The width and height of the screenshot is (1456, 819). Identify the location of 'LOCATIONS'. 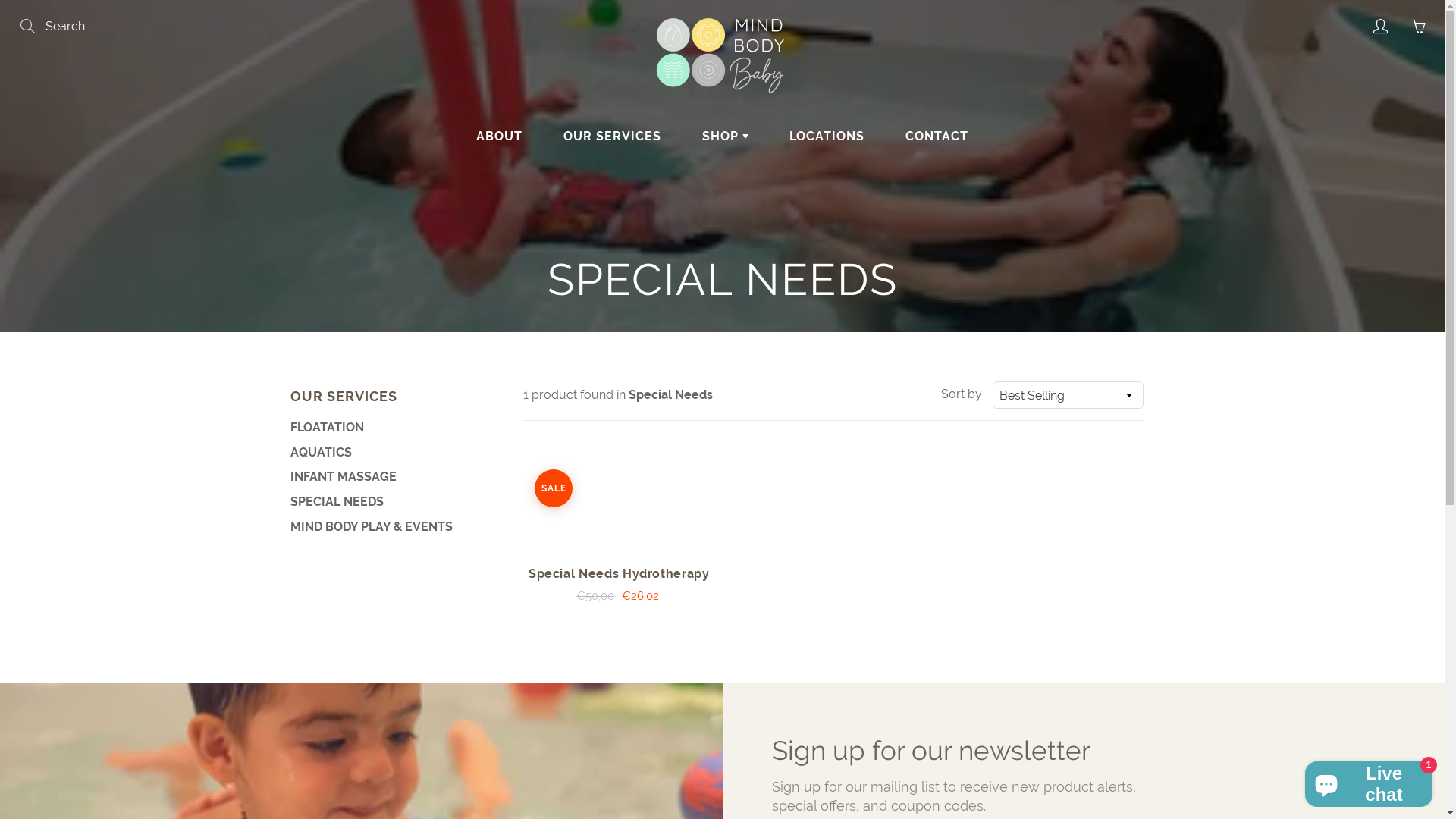
(770, 136).